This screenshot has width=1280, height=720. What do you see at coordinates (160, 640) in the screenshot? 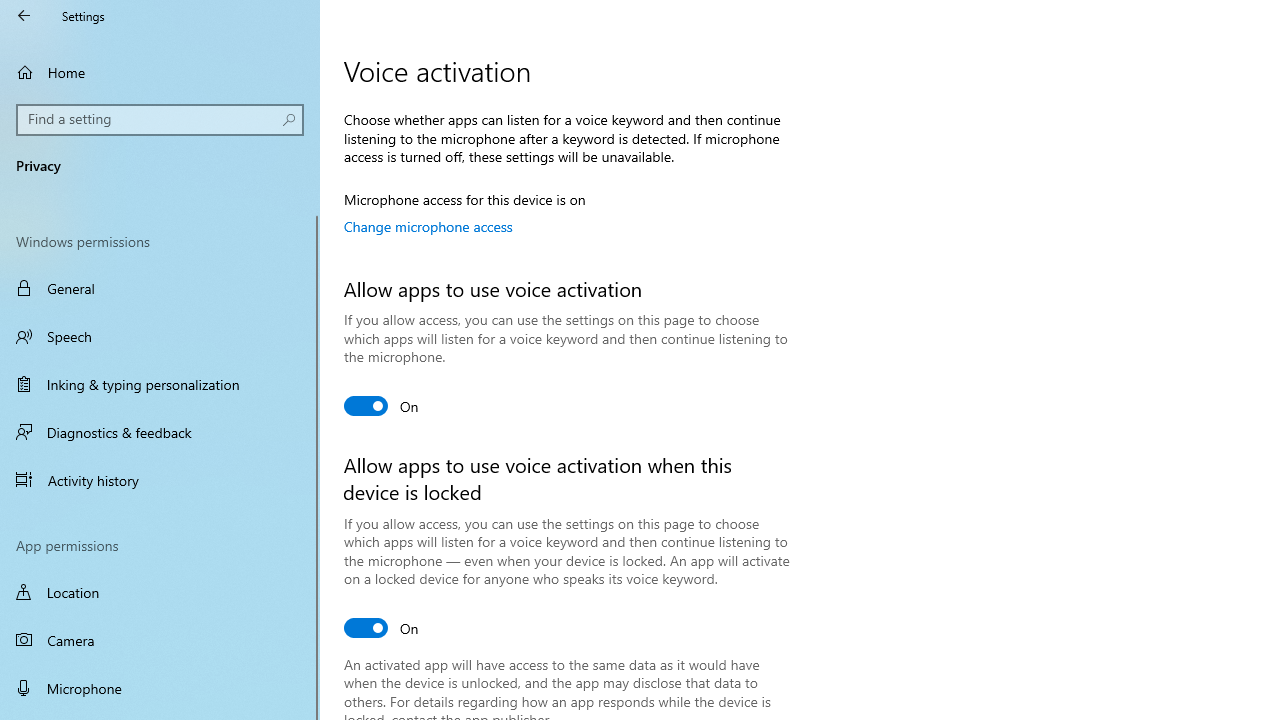
I see `'Camera'` at bounding box center [160, 640].